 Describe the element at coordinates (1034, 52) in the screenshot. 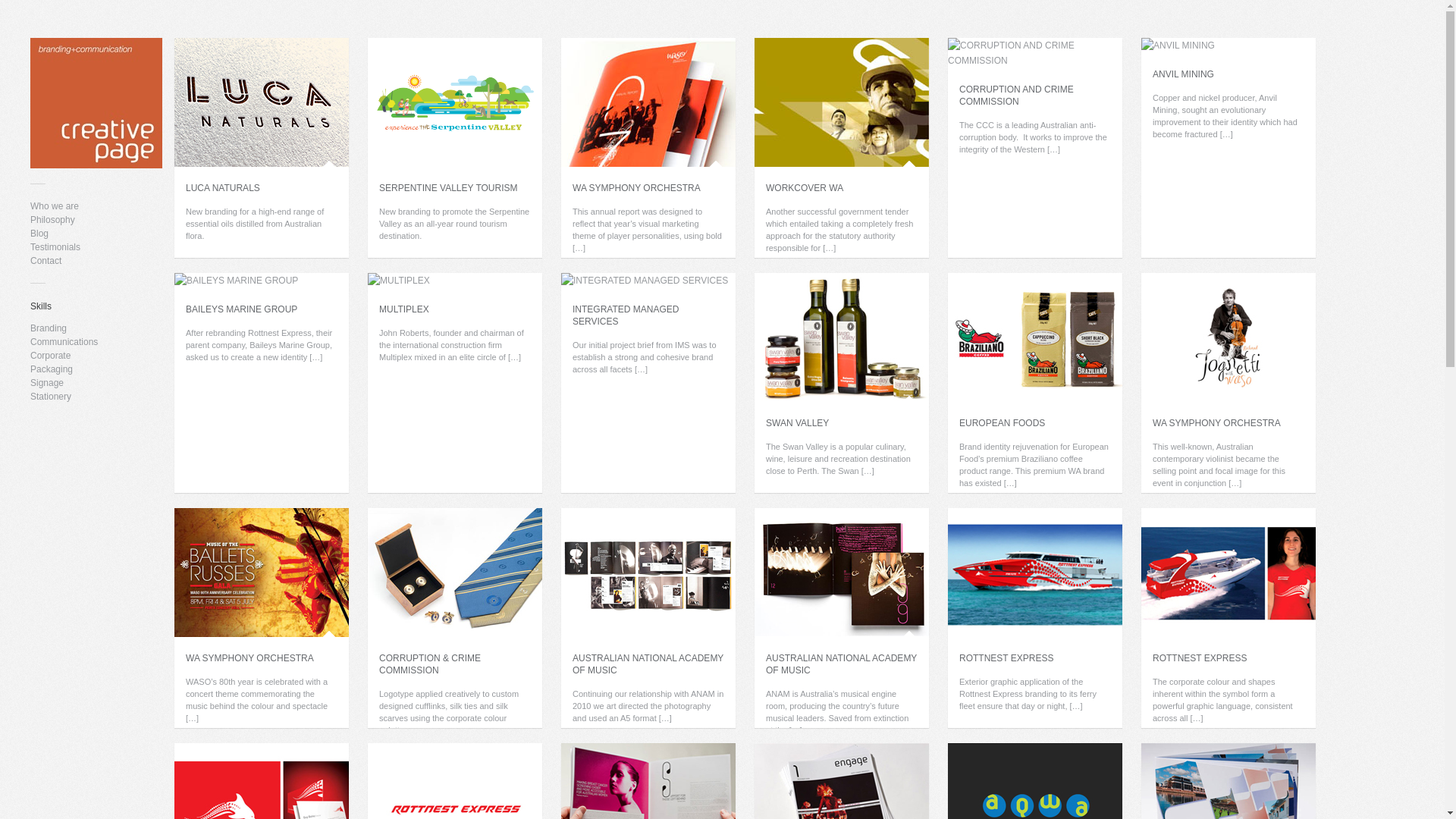

I see `'CORRUPTION AND CRIME COMMISSION'` at that location.